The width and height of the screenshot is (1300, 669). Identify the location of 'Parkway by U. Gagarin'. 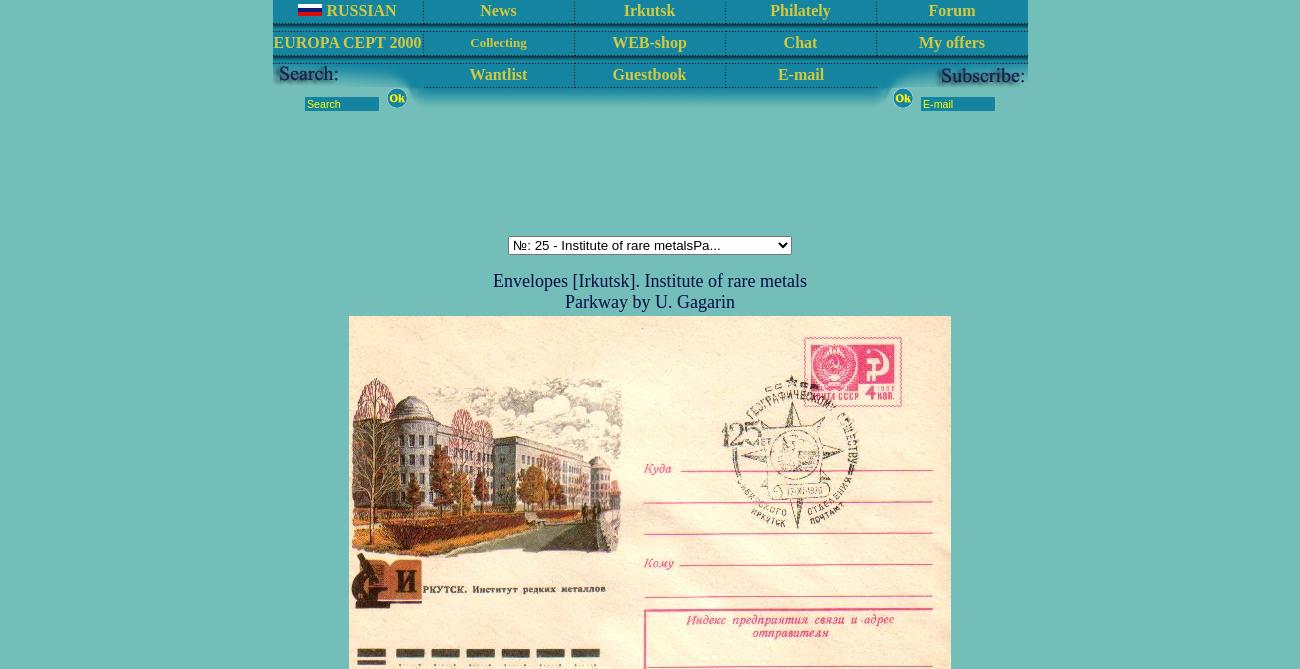
(649, 301).